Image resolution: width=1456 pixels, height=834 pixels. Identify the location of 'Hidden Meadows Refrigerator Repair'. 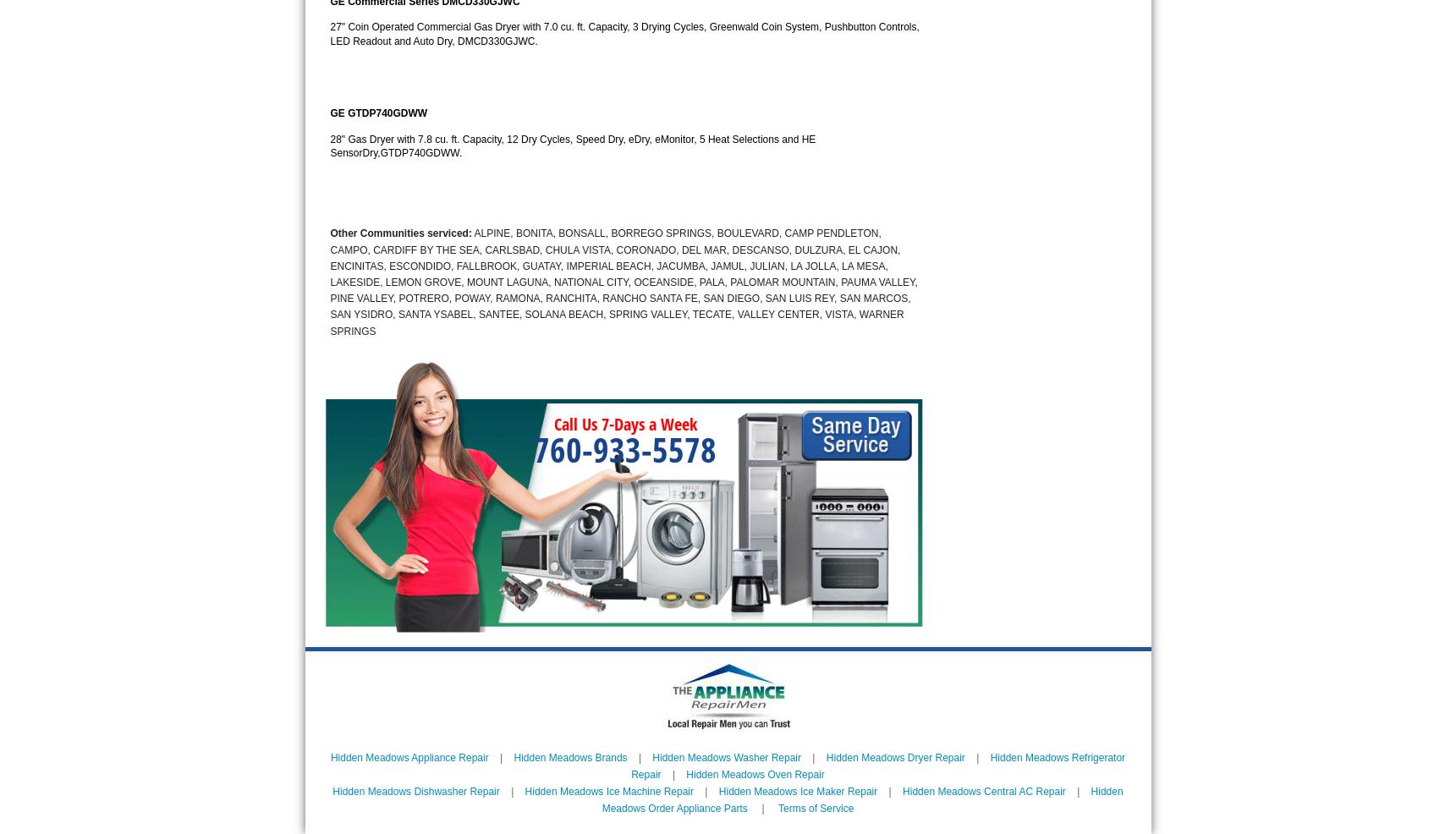
(877, 764).